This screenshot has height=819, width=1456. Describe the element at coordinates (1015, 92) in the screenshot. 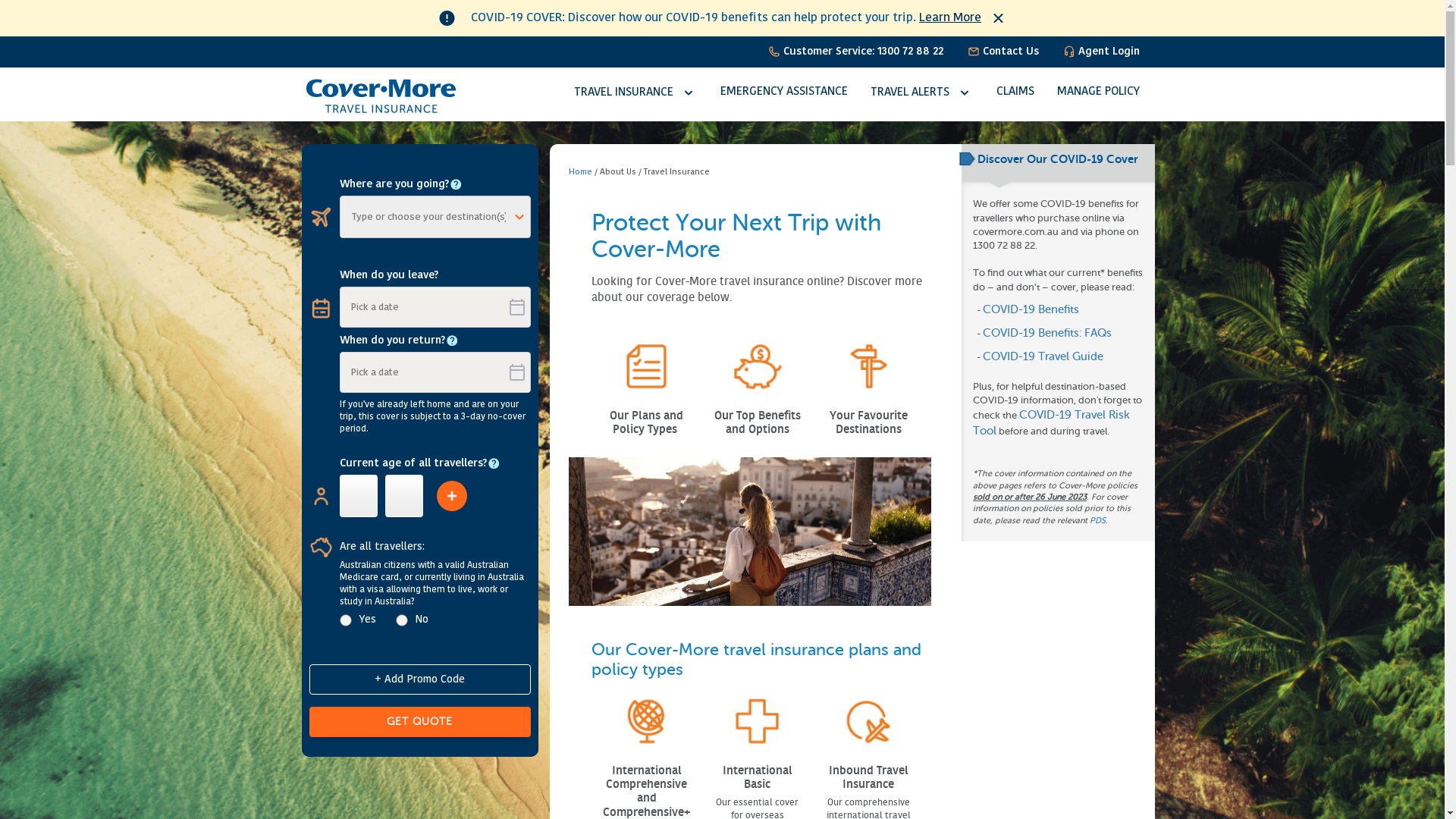

I see `'CLAIMS'` at that location.